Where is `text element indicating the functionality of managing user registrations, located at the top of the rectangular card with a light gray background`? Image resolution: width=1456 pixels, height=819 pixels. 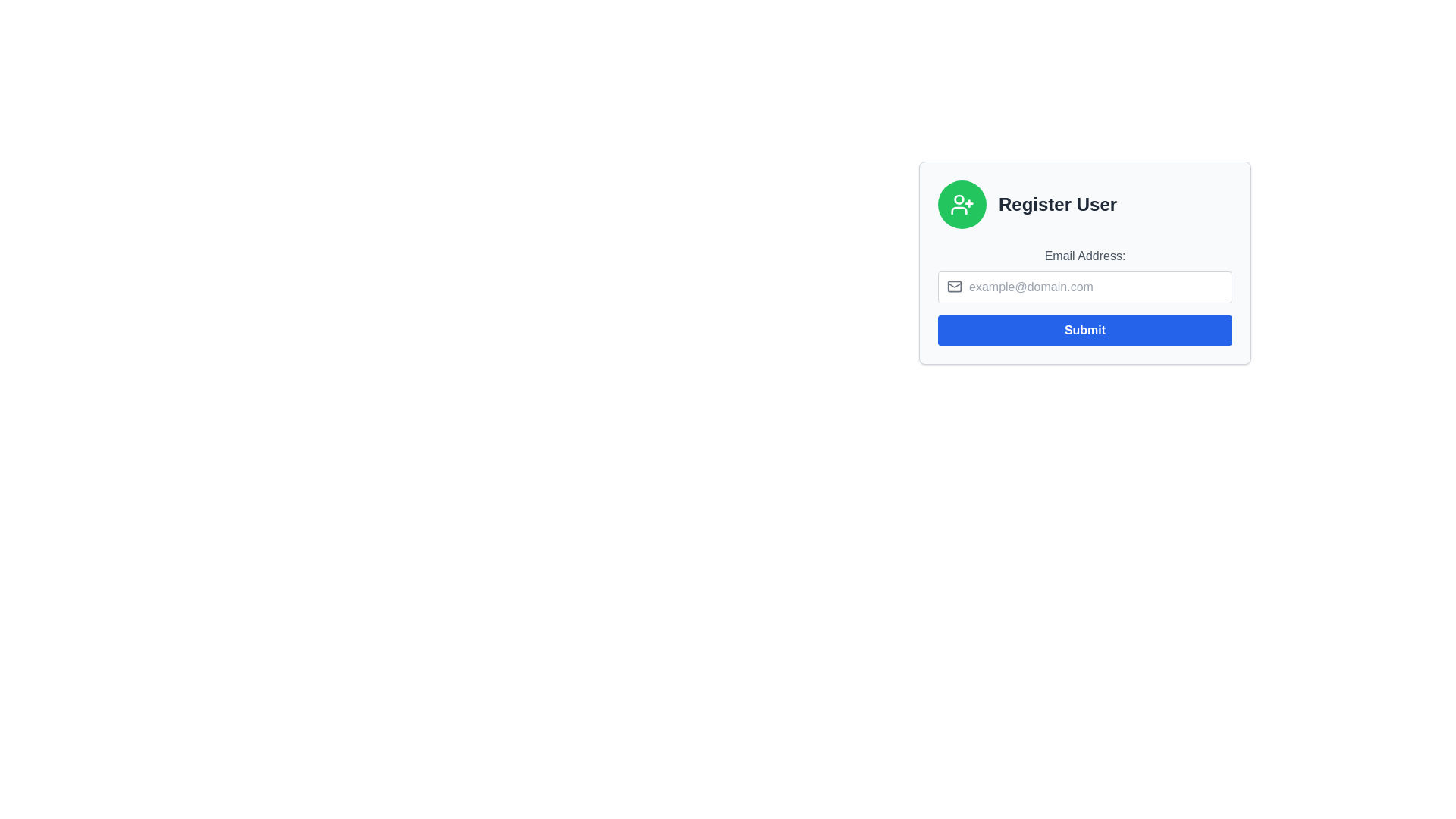
text element indicating the functionality of managing user registrations, located at the top of the rectangular card with a light gray background is located at coordinates (1084, 205).